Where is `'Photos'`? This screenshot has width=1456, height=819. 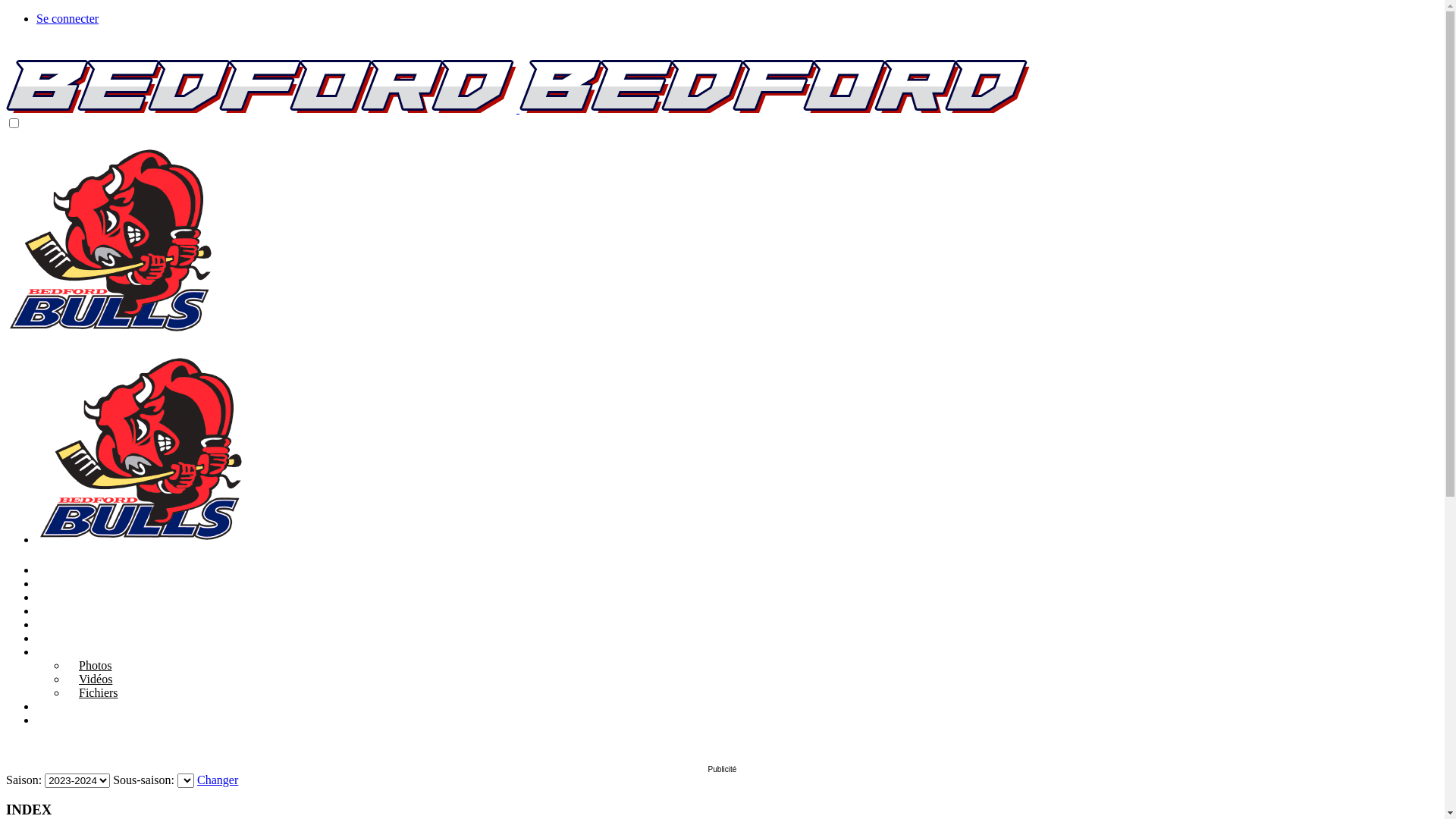
'Photos' is located at coordinates (89, 664).